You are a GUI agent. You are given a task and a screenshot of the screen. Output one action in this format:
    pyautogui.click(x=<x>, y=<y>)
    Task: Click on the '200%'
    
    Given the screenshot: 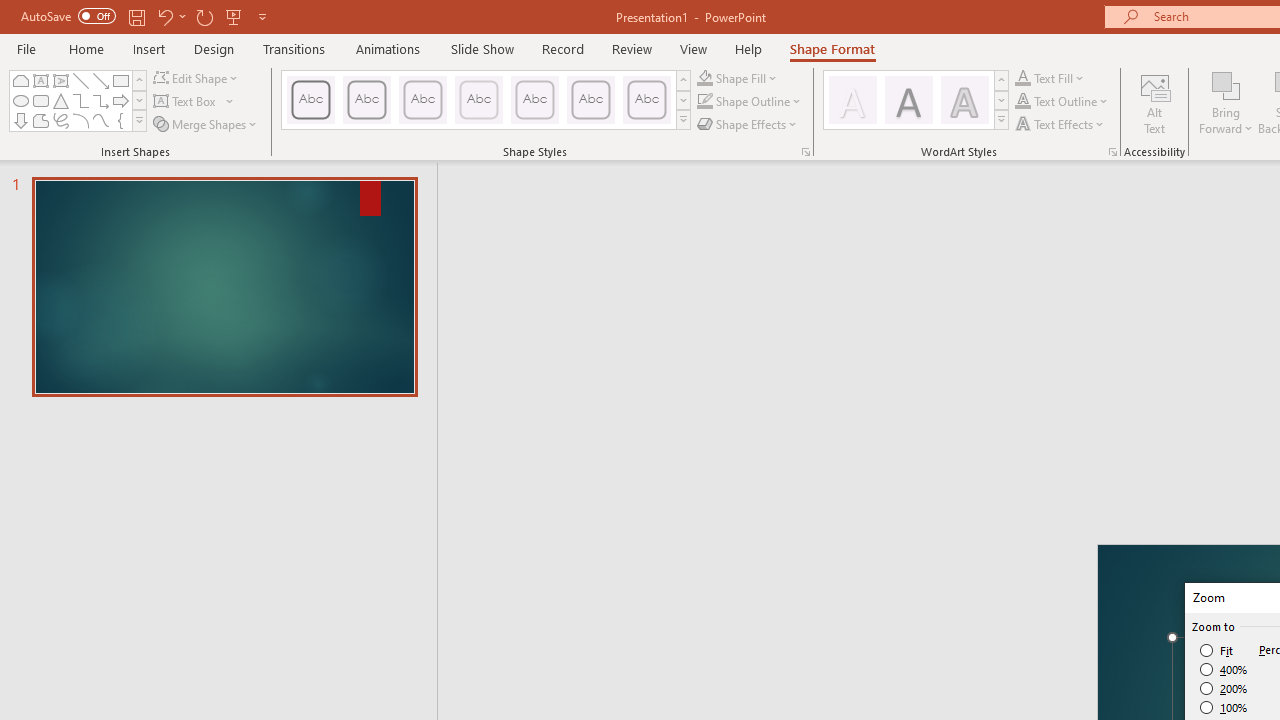 What is the action you would take?
    pyautogui.click(x=1223, y=688)
    